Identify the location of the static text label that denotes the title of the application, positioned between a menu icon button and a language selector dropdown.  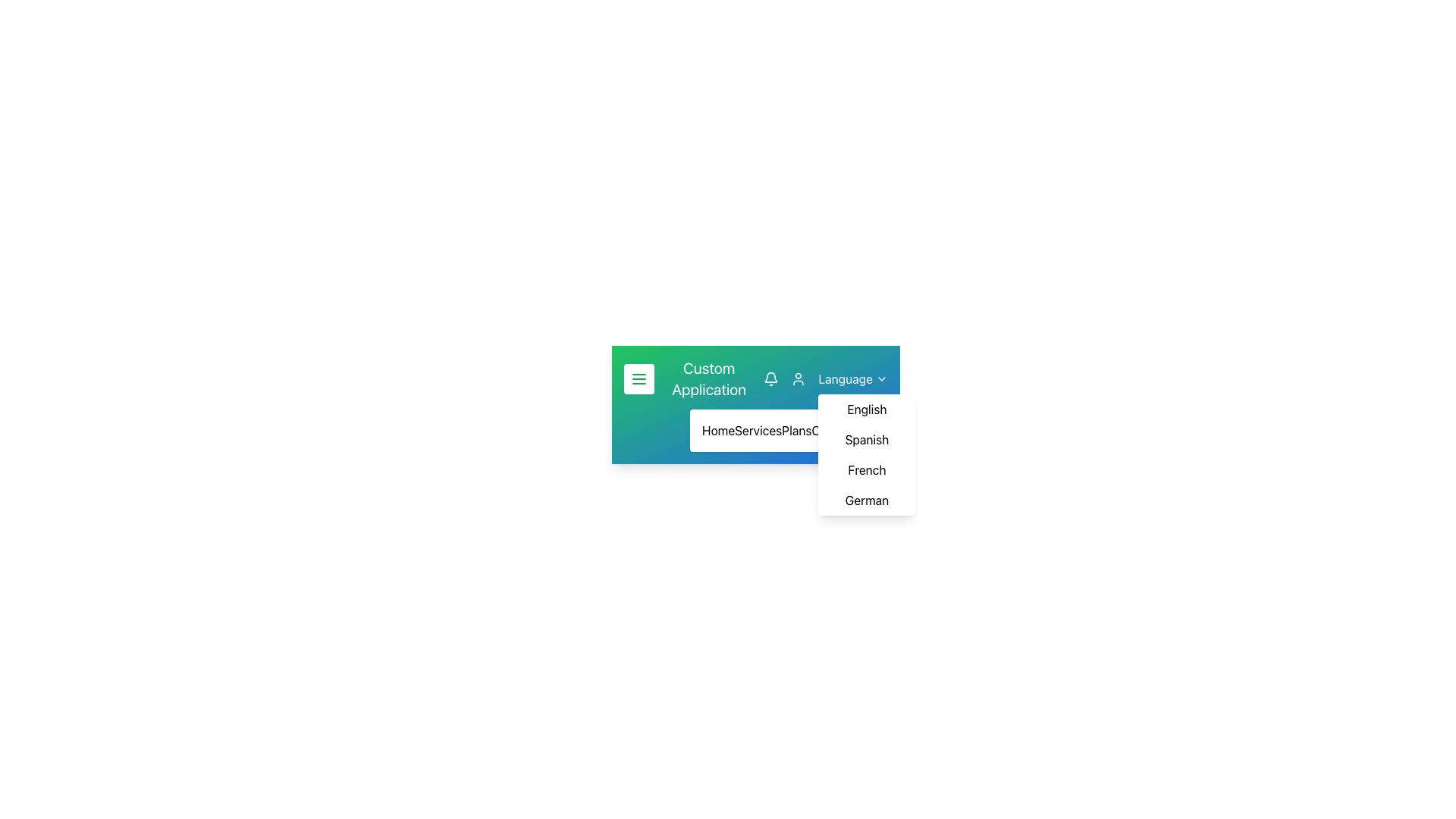
(708, 378).